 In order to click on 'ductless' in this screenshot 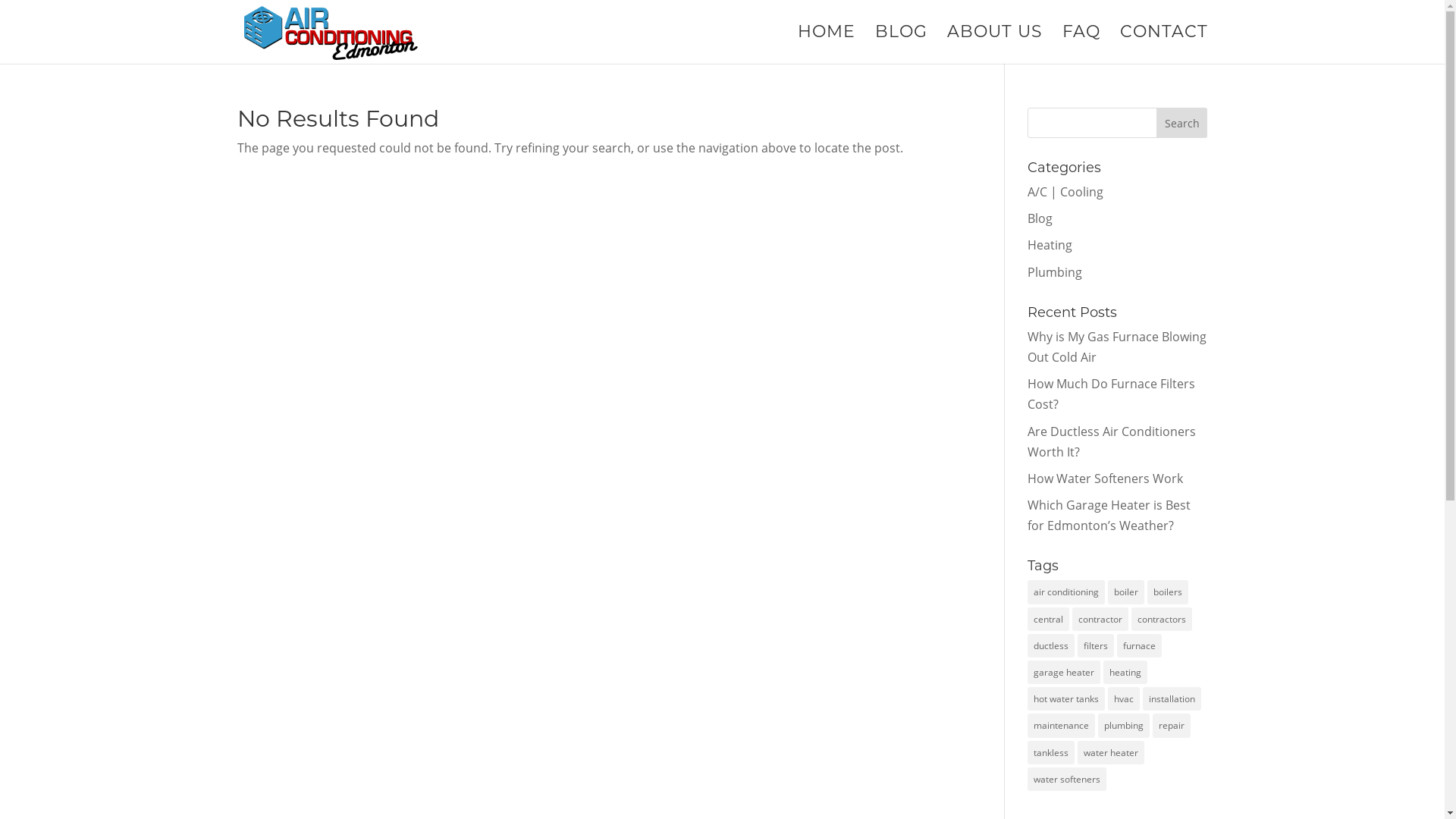, I will do `click(1050, 645)`.